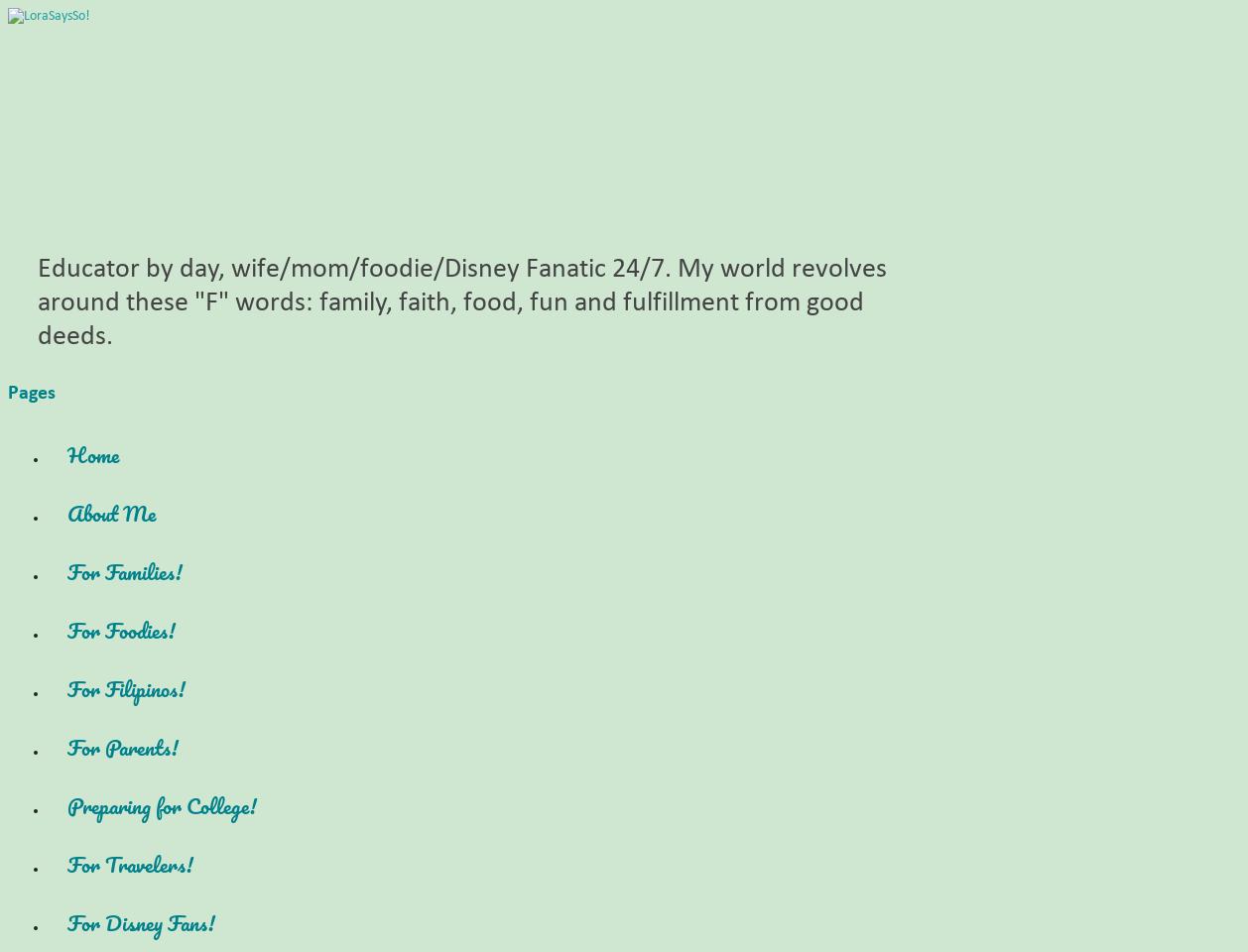 Image resolution: width=1248 pixels, height=952 pixels. Describe the element at coordinates (162, 805) in the screenshot. I see `'Preparing for College!'` at that location.